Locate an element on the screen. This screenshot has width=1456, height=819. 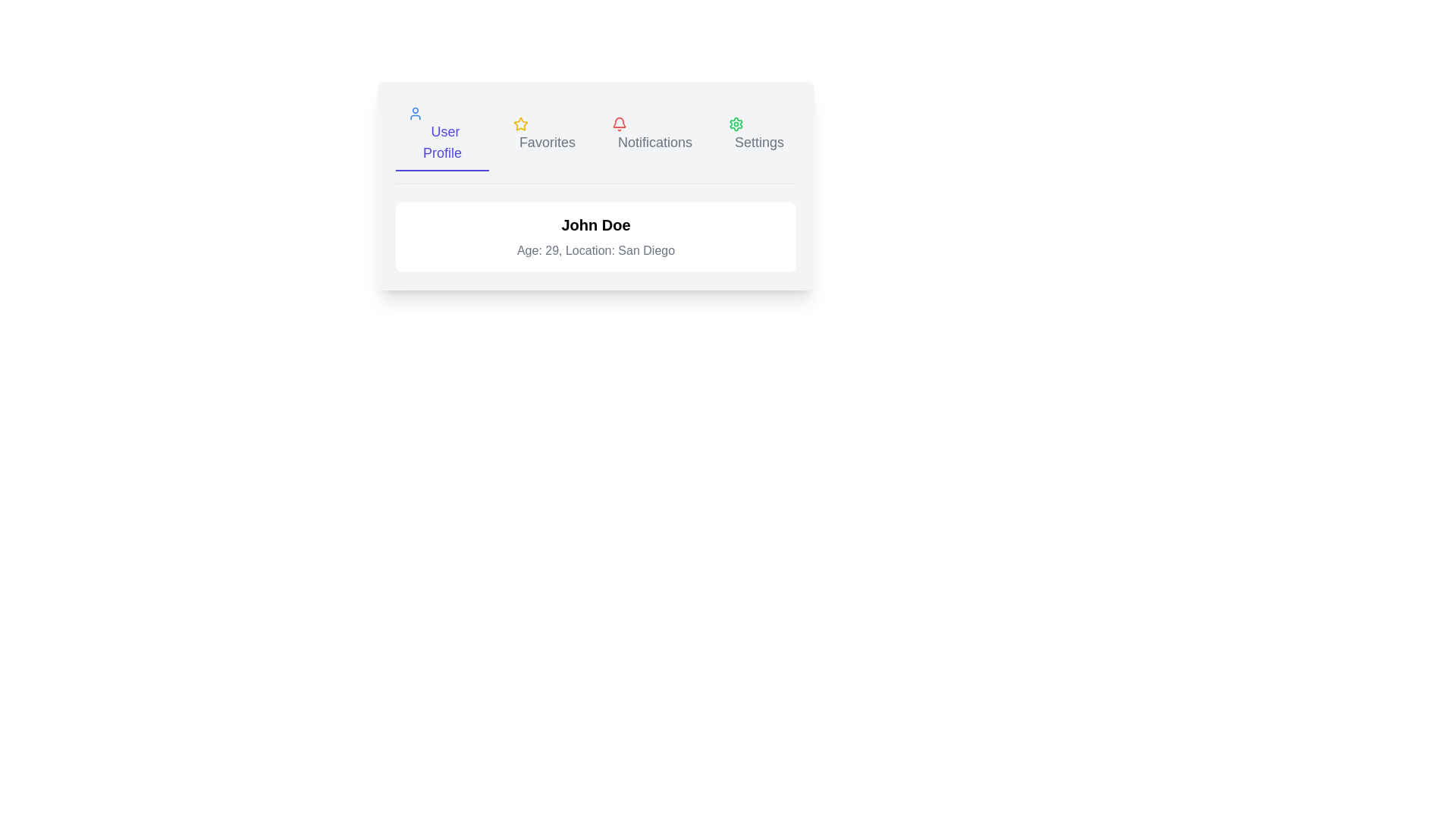
the 'Notifications' button, which features a red bell icon and a gray text label is located at coordinates (651, 134).